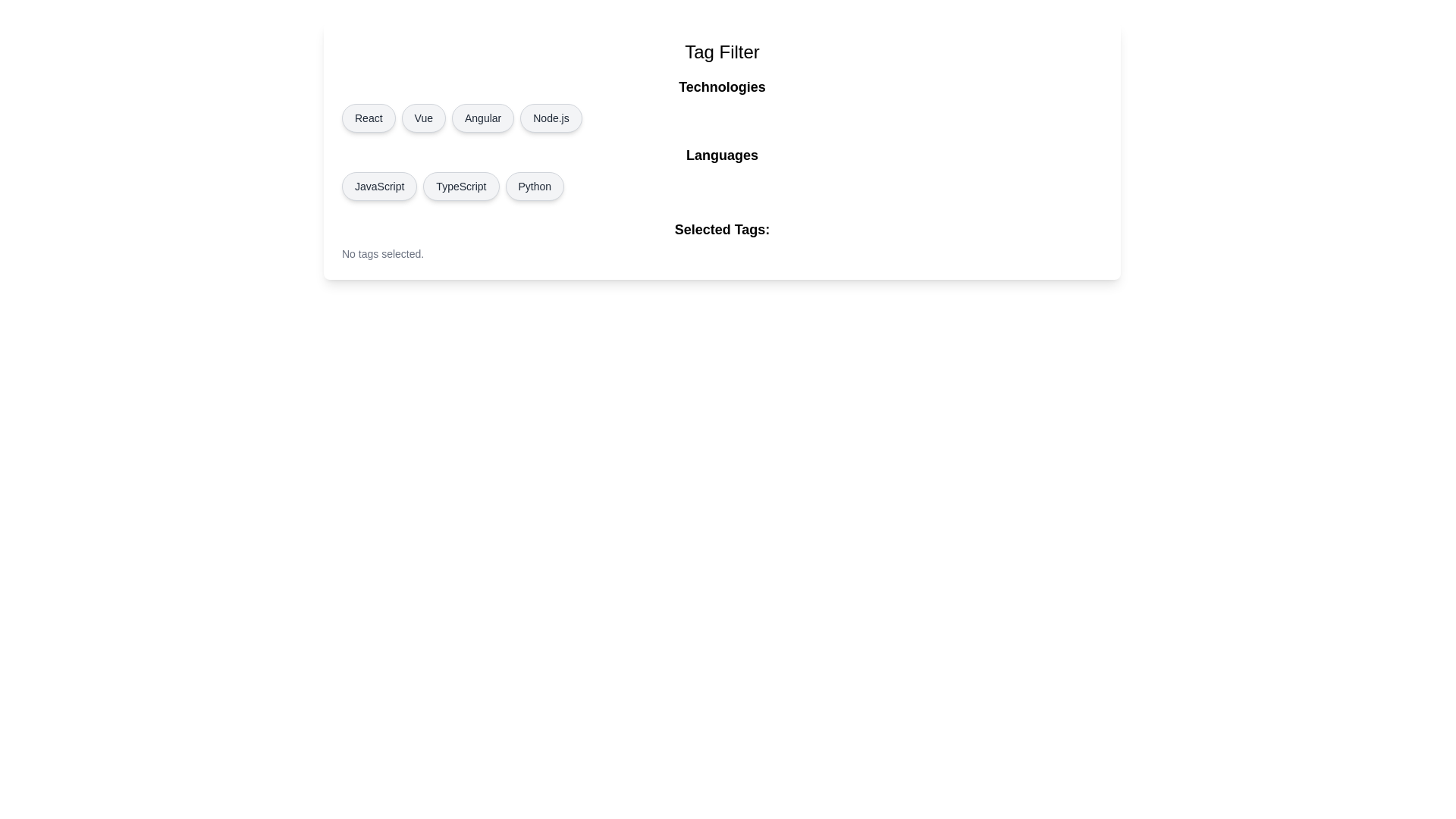 Image resolution: width=1456 pixels, height=819 pixels. I want to click on the informational text block indicating the currently selected tags in the 'Tag Filter' interface, located near the bottom of the panel, below 'Technologies' and 'Languages', so click(721, 239).